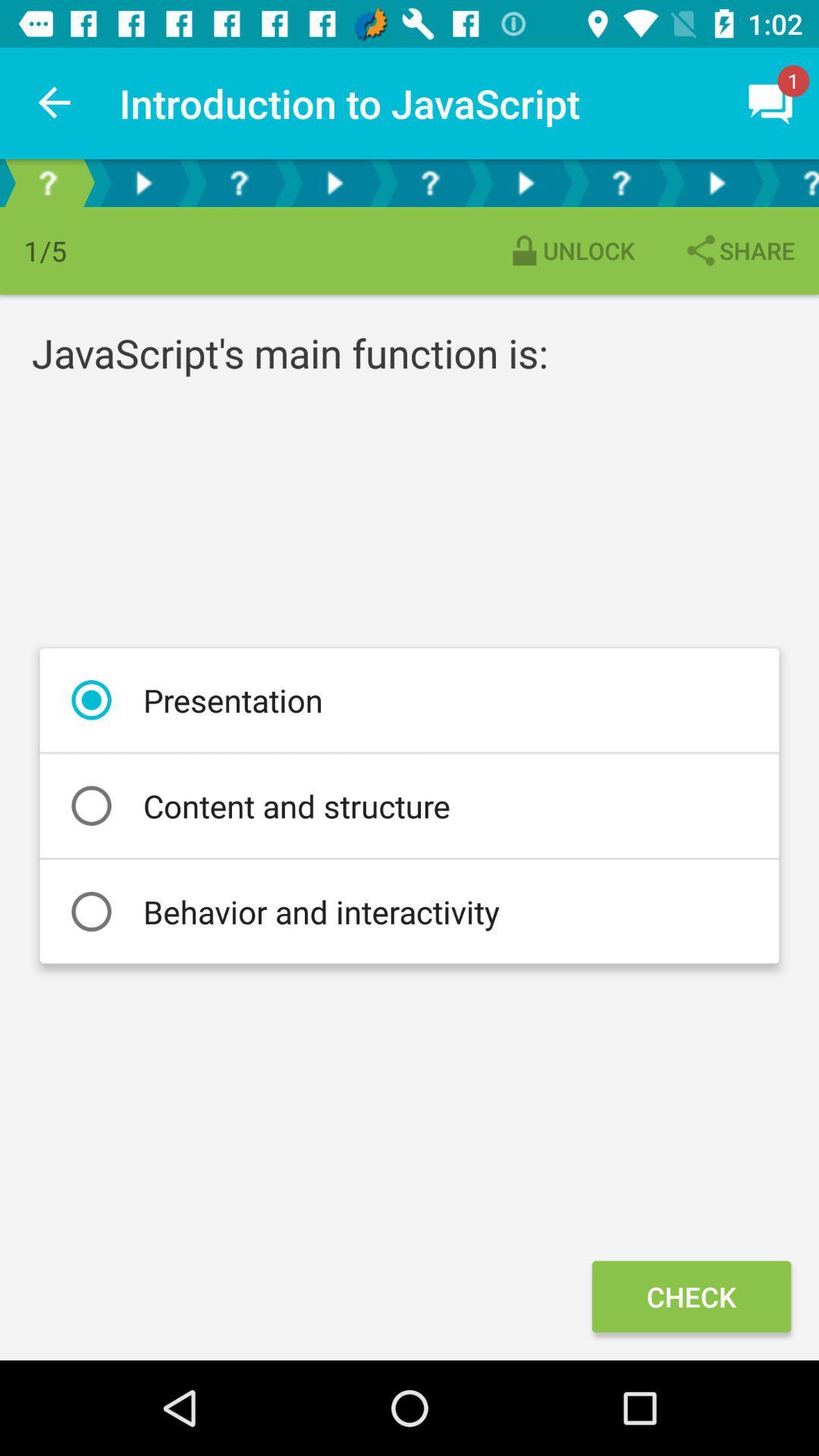 This screenshot has height=1456, width=819. What do you see at coordinates (620, 182) in the screenshot?
I see `skip to the 7th step` at bounding box center [620, 182].